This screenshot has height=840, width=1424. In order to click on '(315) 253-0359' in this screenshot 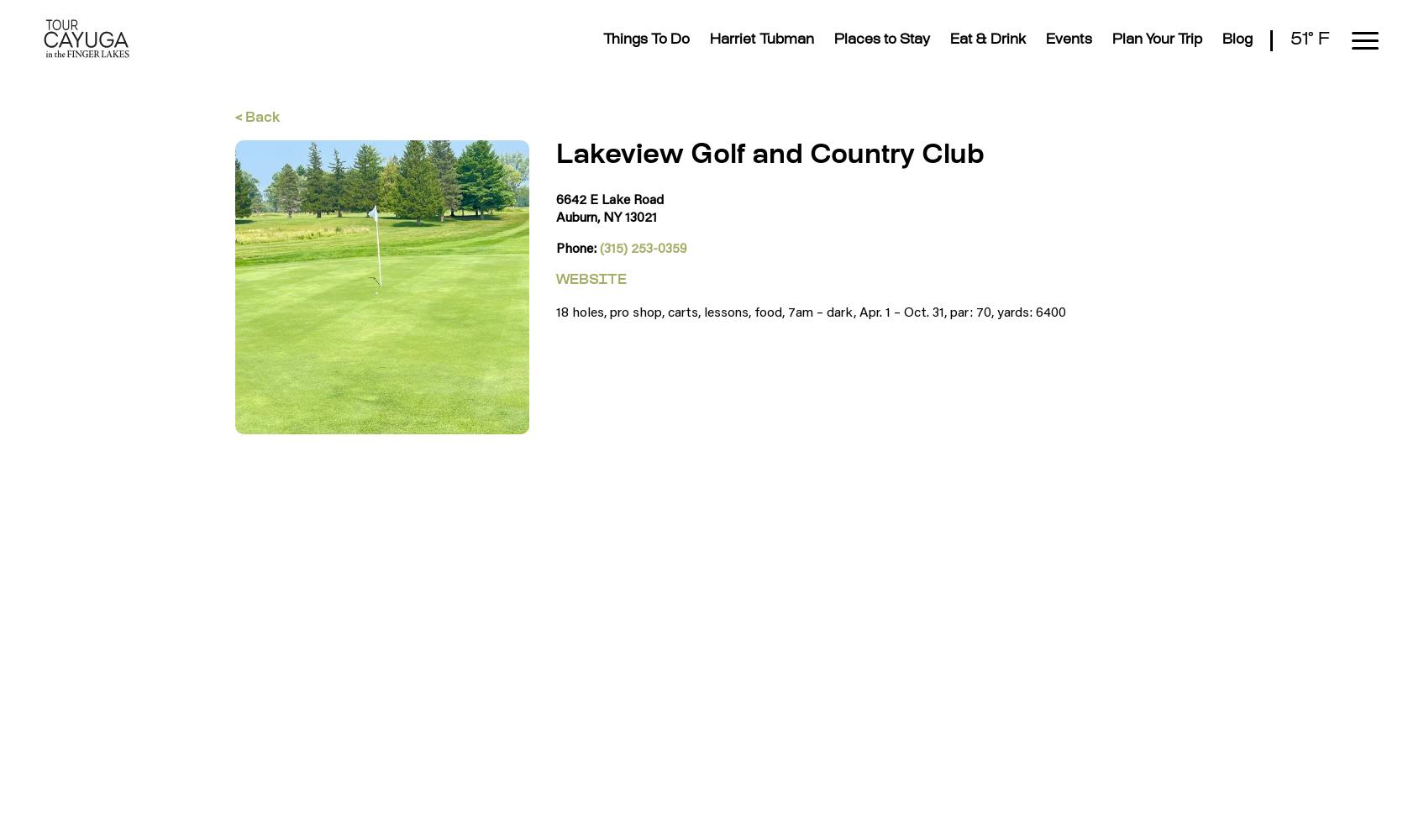, I will do `click(641, 247)`.